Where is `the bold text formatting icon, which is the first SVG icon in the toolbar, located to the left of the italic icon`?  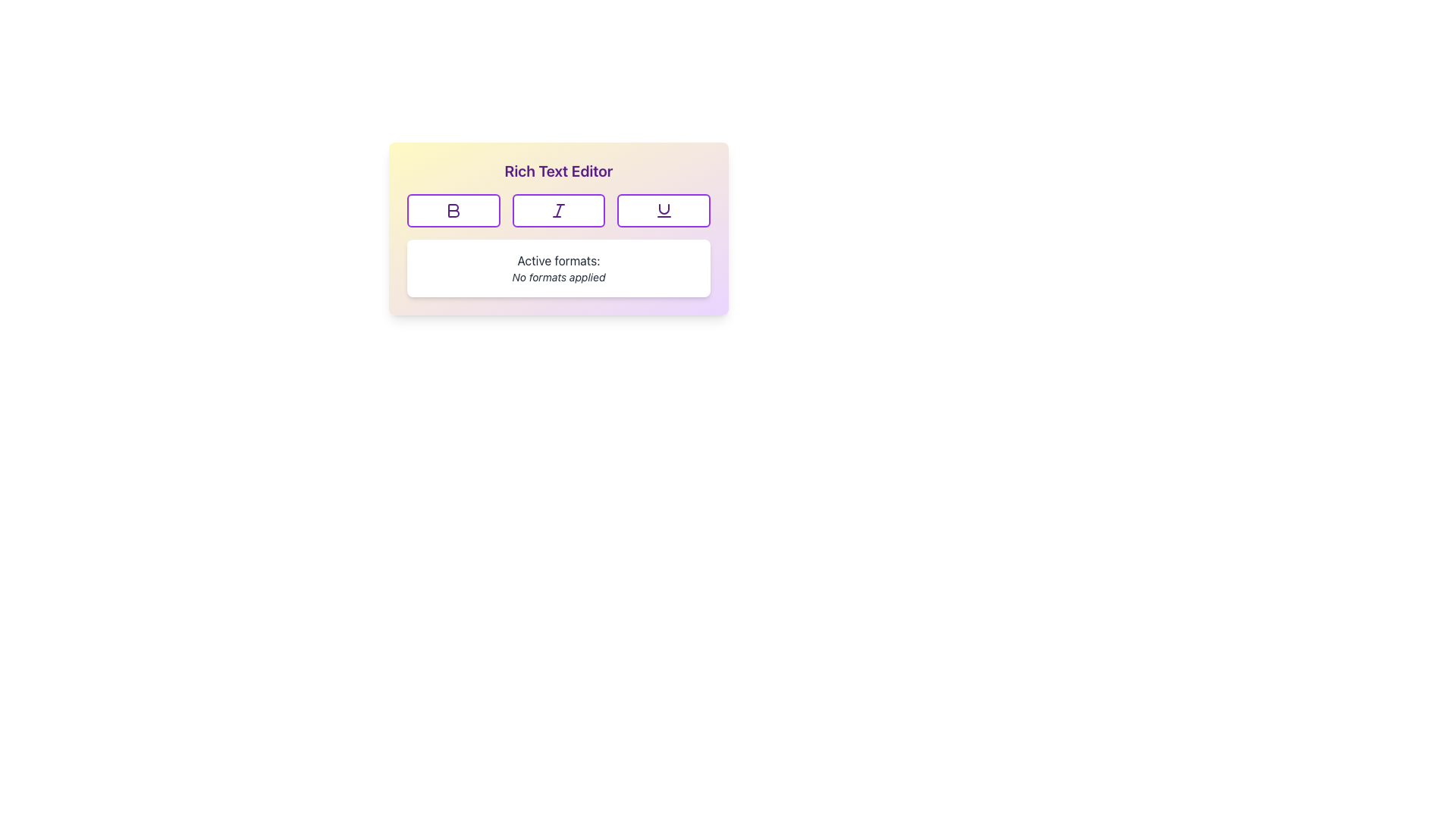
the bold text formatting icon, which is the first SVG icon in the toolbar, located to the left of the italic icon is located at coordinates (453, 210).